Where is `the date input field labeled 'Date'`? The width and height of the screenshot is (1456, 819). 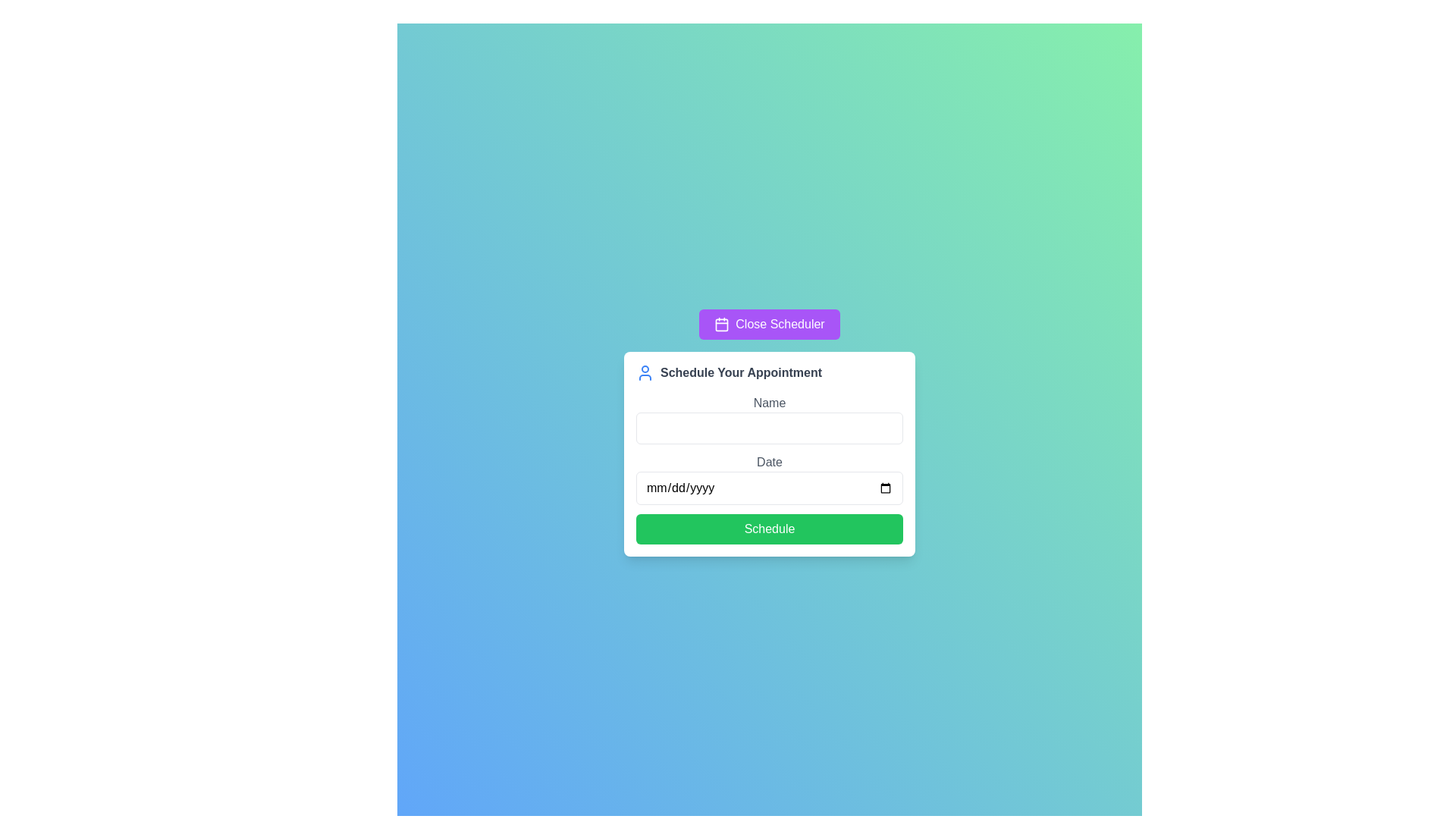 the date input field labeled 'Date' is located at coordinates (769, 479).